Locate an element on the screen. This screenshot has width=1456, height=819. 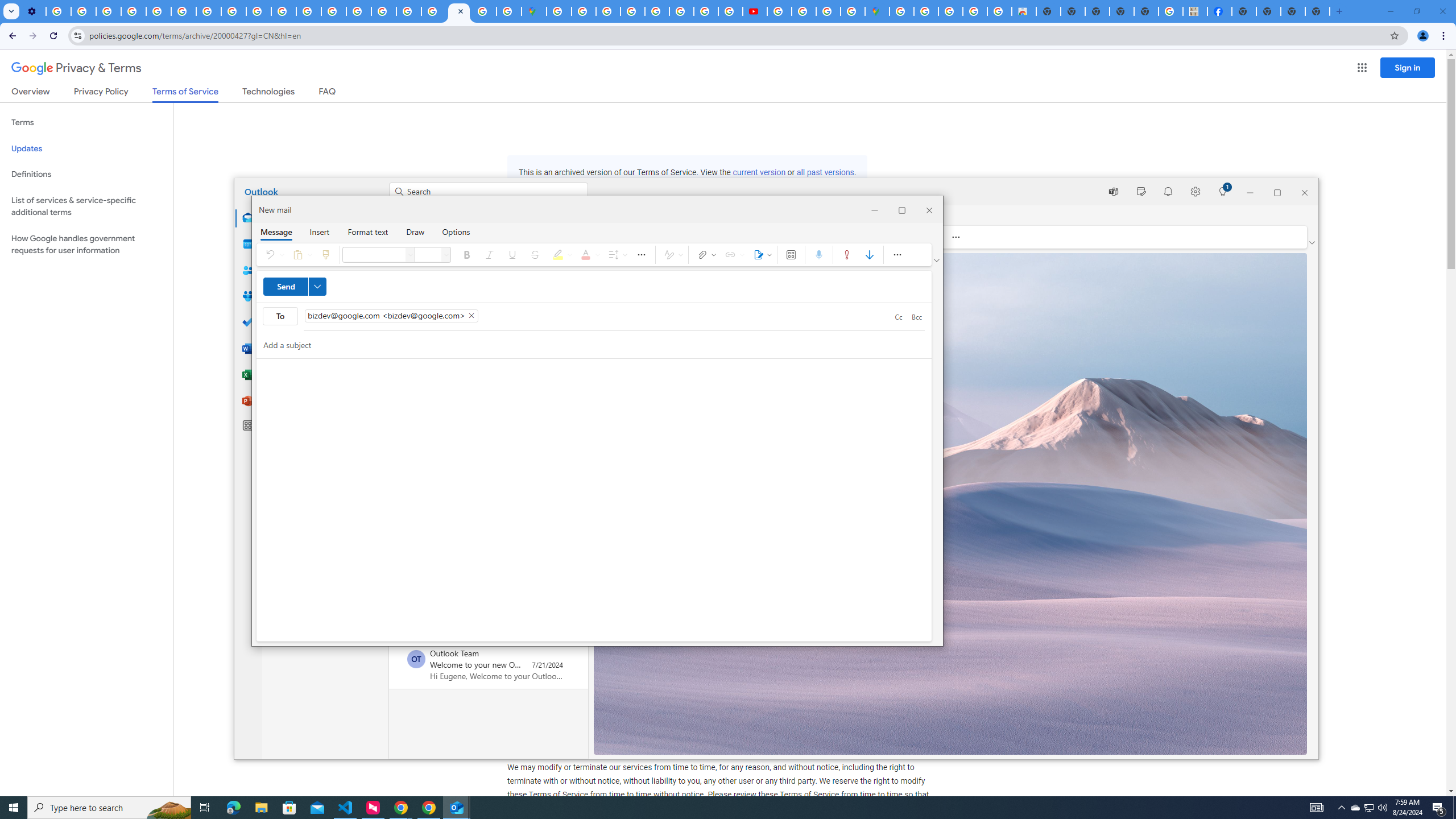
'Text highlight color' is located at coordinates (560, 254).